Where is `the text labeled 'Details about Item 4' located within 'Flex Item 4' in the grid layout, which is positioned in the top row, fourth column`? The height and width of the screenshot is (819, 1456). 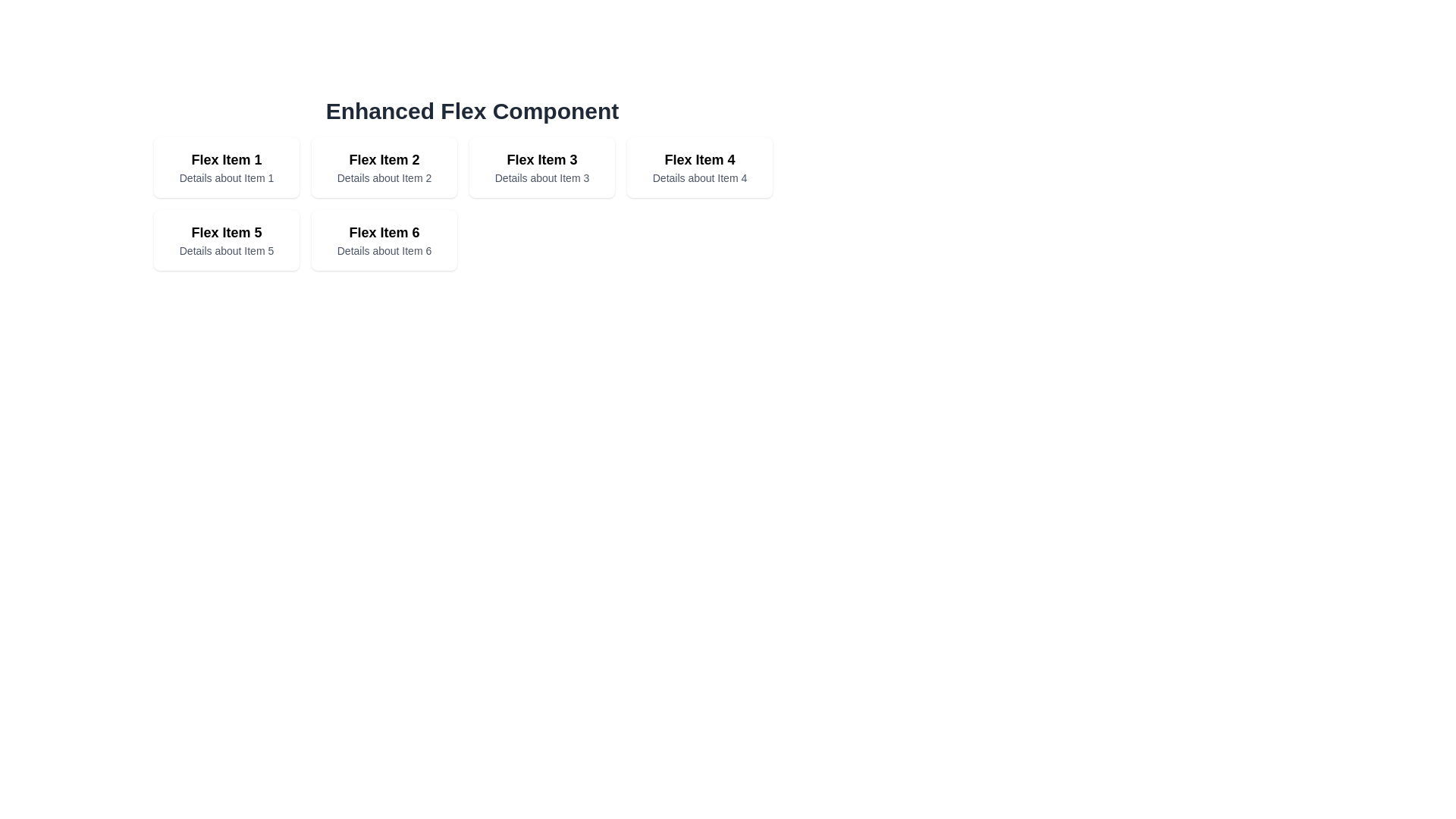
the text labeled 'Details about Item 4' located within 'Flex Item 4' in the grid layout, which is positioned in the top row, fourth column is located at coordinates (698, 177).